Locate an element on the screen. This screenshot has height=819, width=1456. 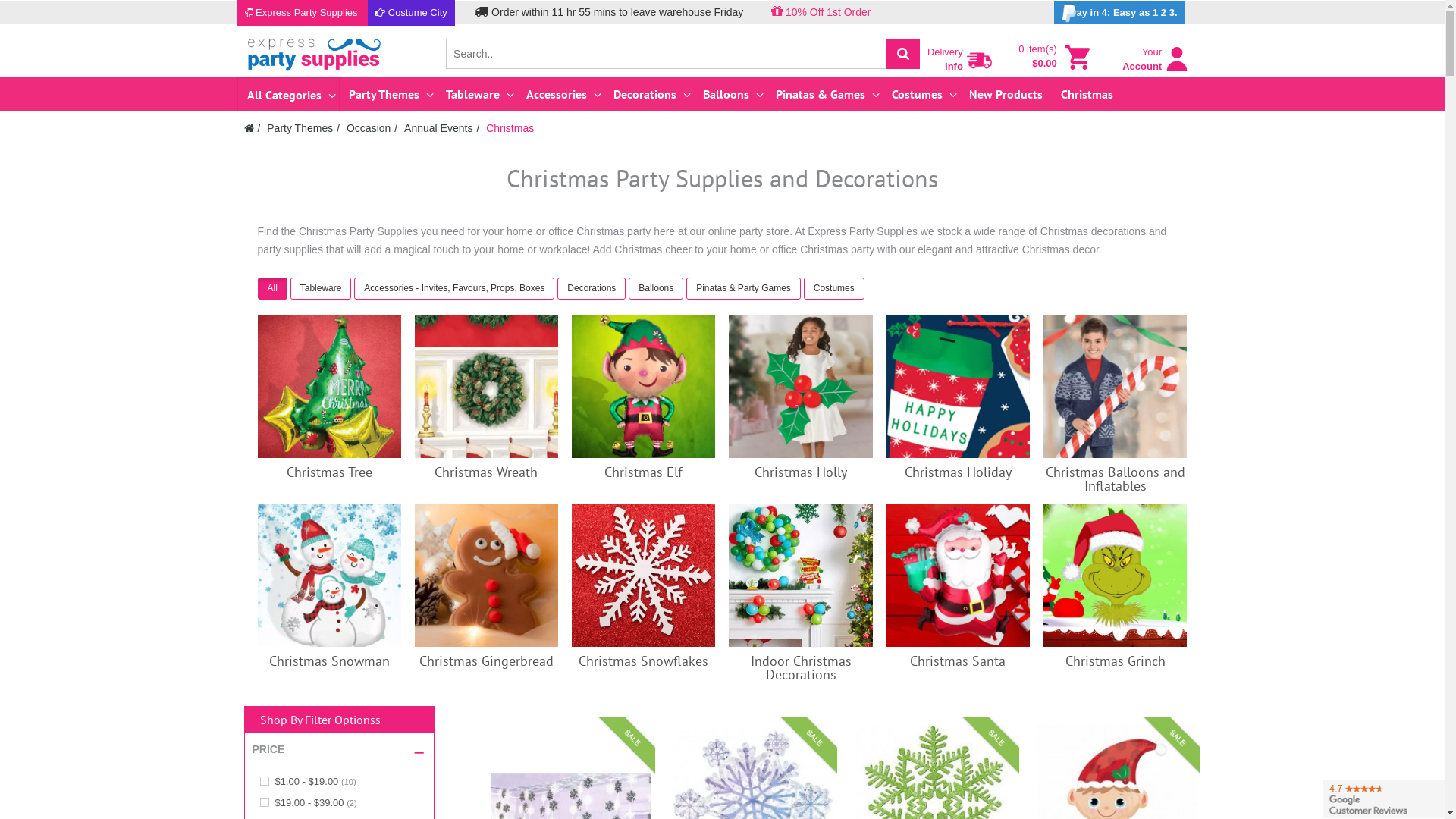
'Delivery is located at coordinates (960, 55).